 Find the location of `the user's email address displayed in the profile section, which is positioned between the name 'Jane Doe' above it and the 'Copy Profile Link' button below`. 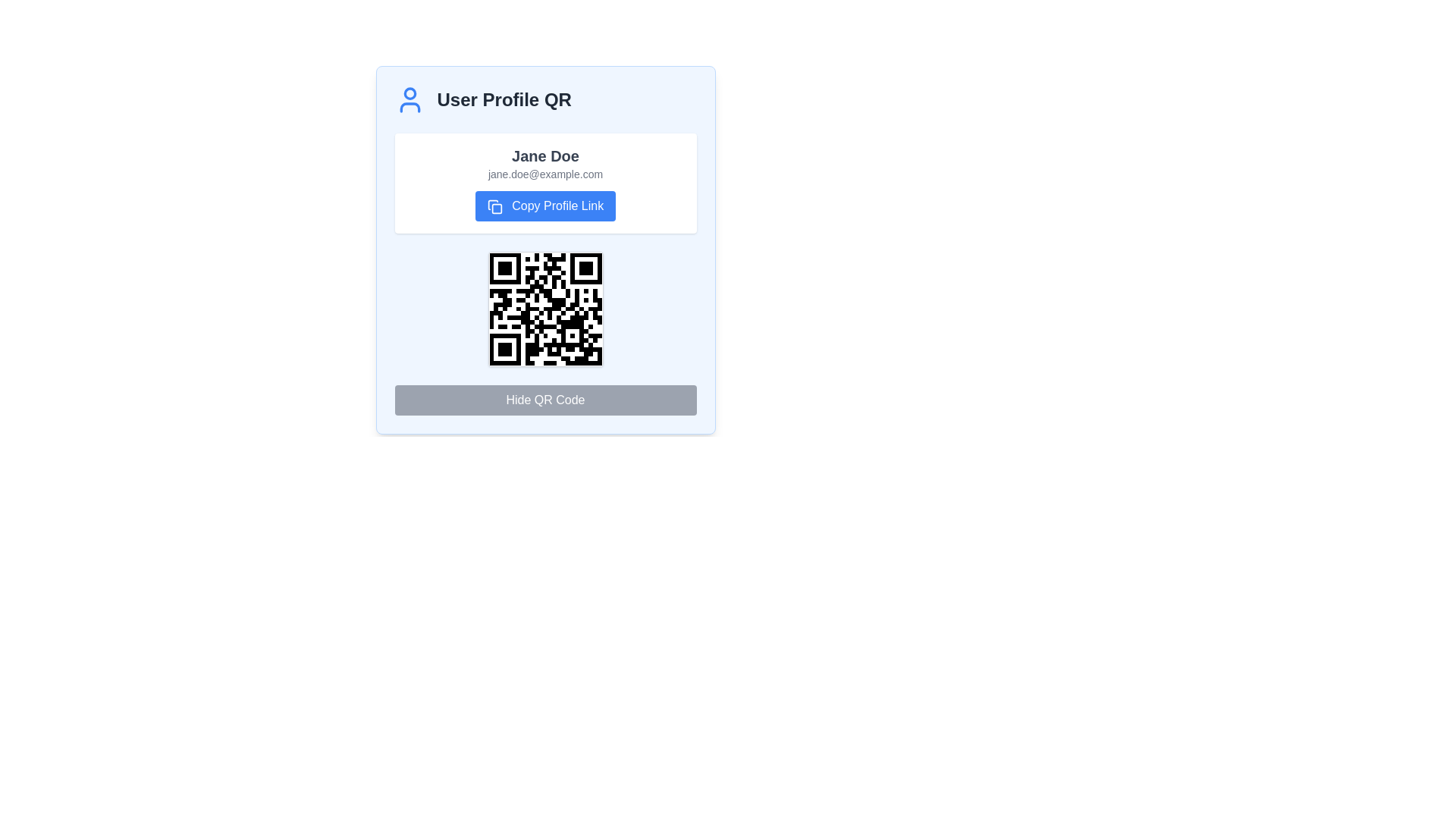

the user's email address displayed in the profile section, which is positioned between the name 'Jane Doe' above it and the 'Copy Profile Link' button below is located at coordinates (545, 174).